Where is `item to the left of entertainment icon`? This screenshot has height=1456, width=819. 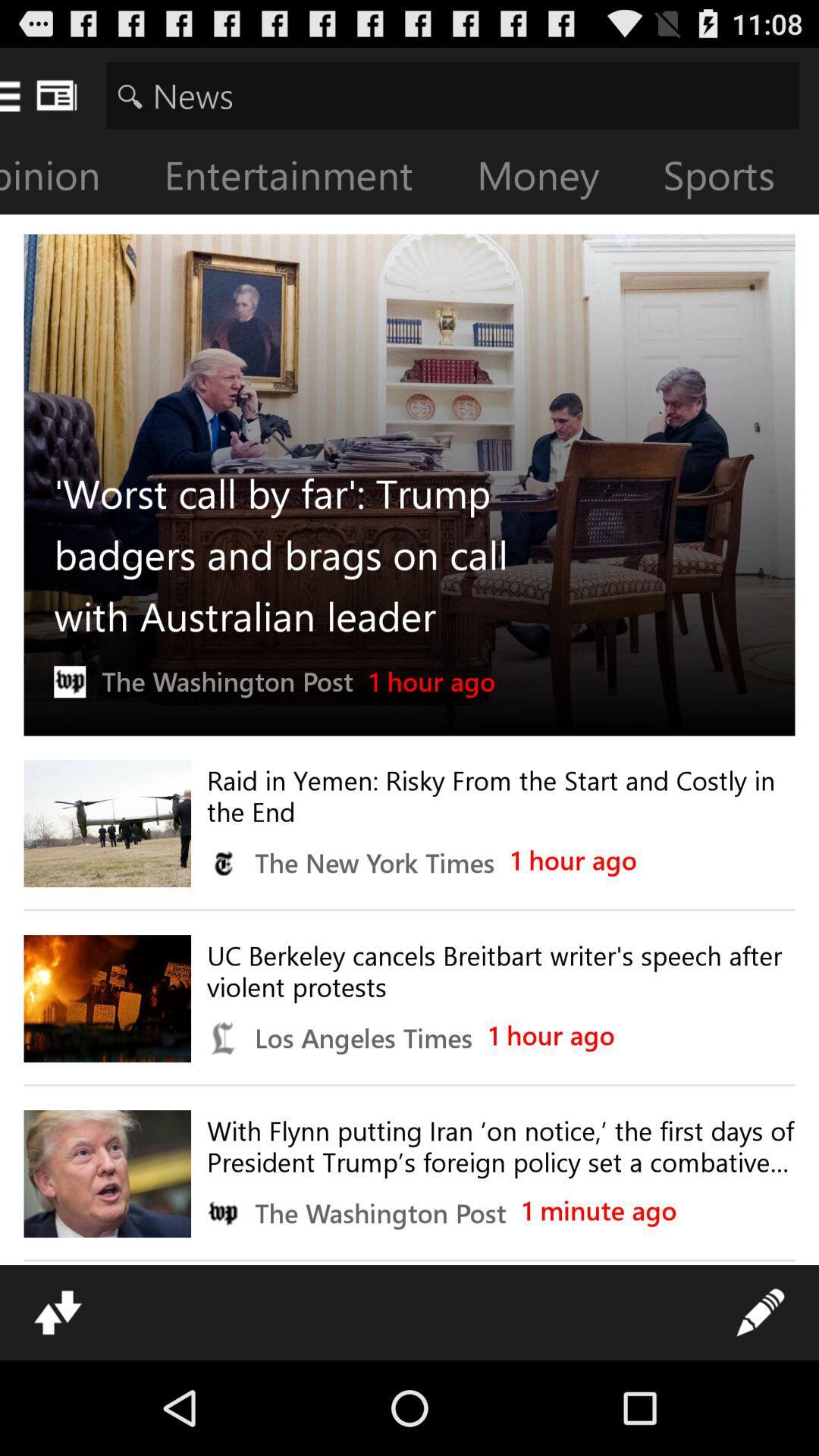 item to the left of entertainment icon is located at coordinates (72, 178).